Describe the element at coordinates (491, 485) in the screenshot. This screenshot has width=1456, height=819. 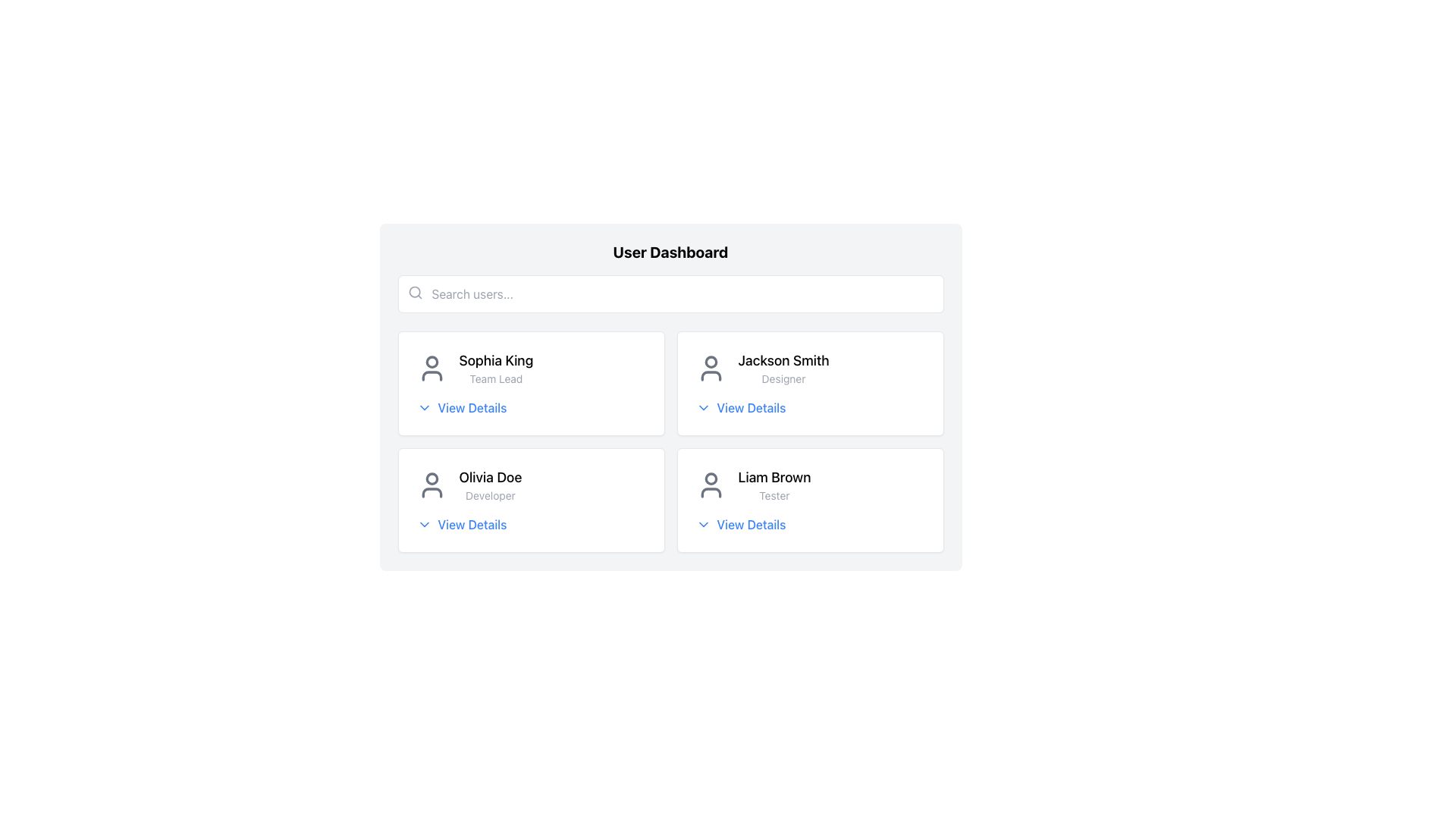
I see `the static text content displaying the user's name and title in the bottom-left card of the dashboard interface` at that location.